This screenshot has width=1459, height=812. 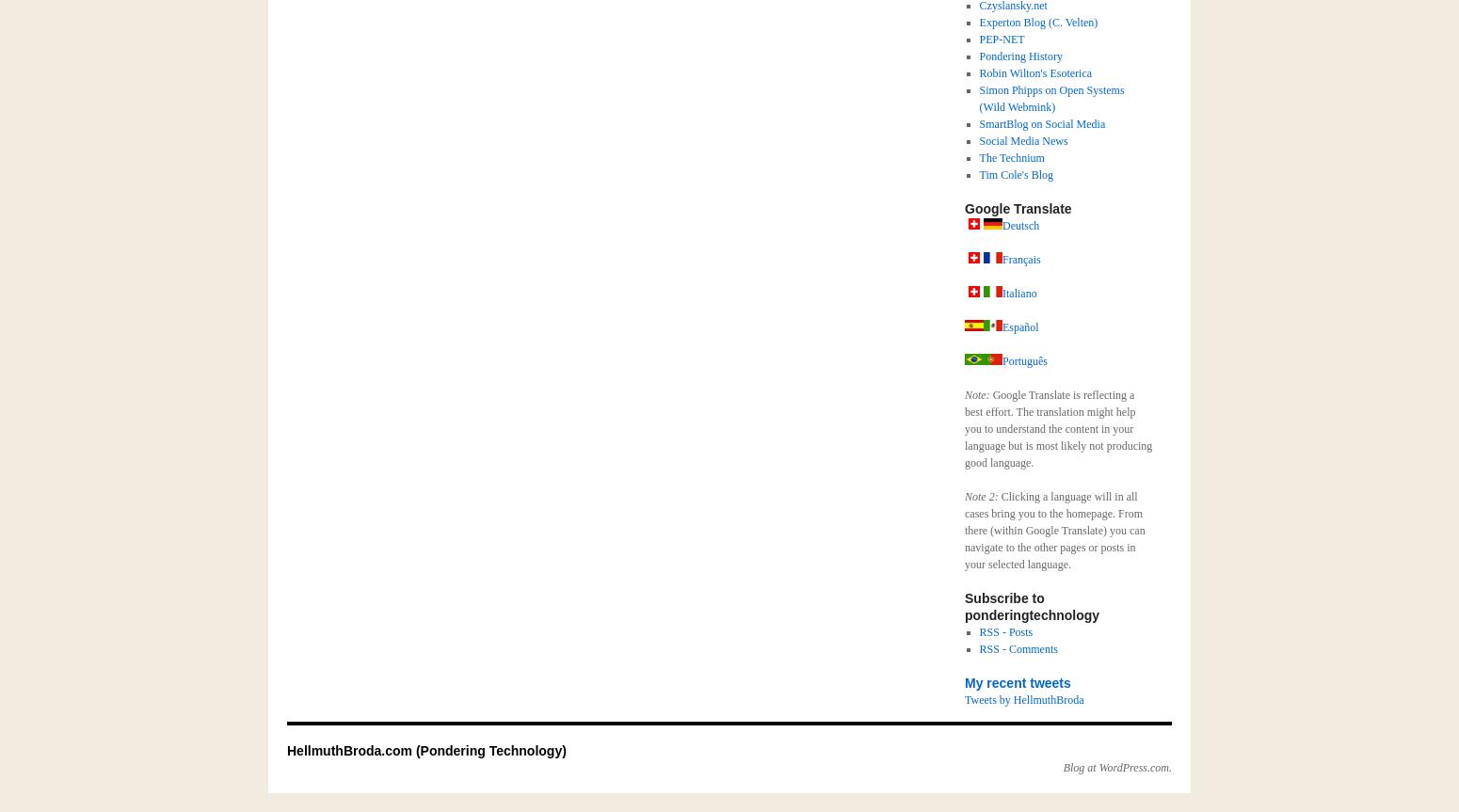 What do you see at coordinates (1024, 361) in the screenshot?
I see `'Português'` at bounding box center [1024, 361].